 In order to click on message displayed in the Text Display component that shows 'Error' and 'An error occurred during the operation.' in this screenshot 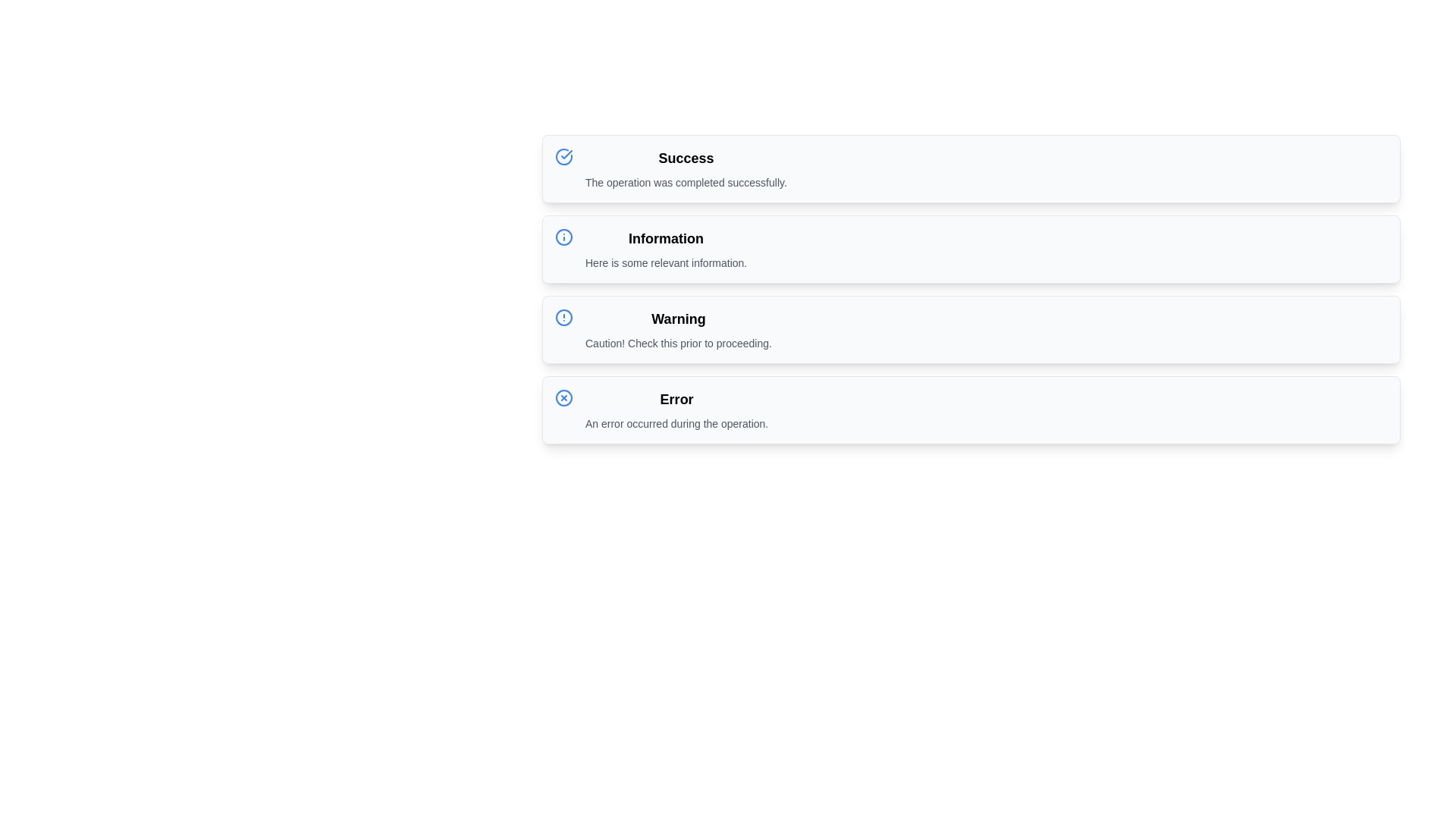, I will do `click(676, 409)`.